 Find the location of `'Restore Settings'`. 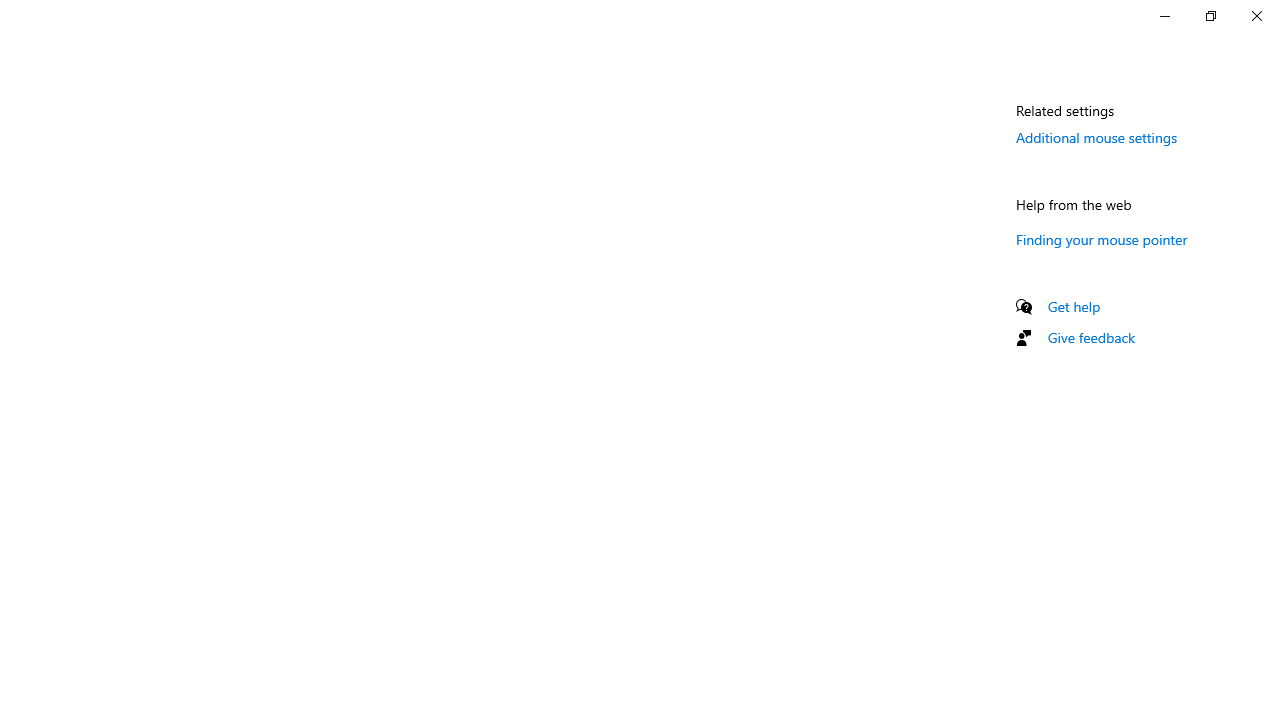

'Restore Settings' is located at coordinates (1209, 15).